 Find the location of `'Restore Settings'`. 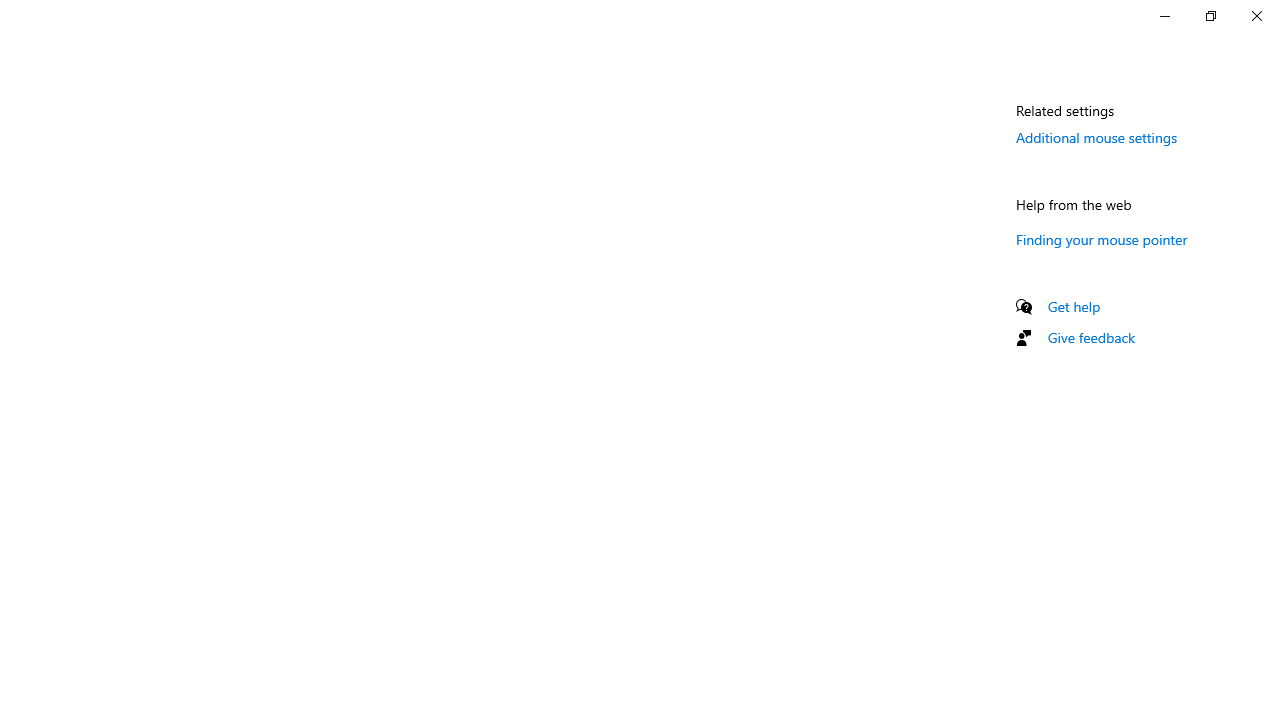

'Restore Settings' is located at coordinates (1209, 15).